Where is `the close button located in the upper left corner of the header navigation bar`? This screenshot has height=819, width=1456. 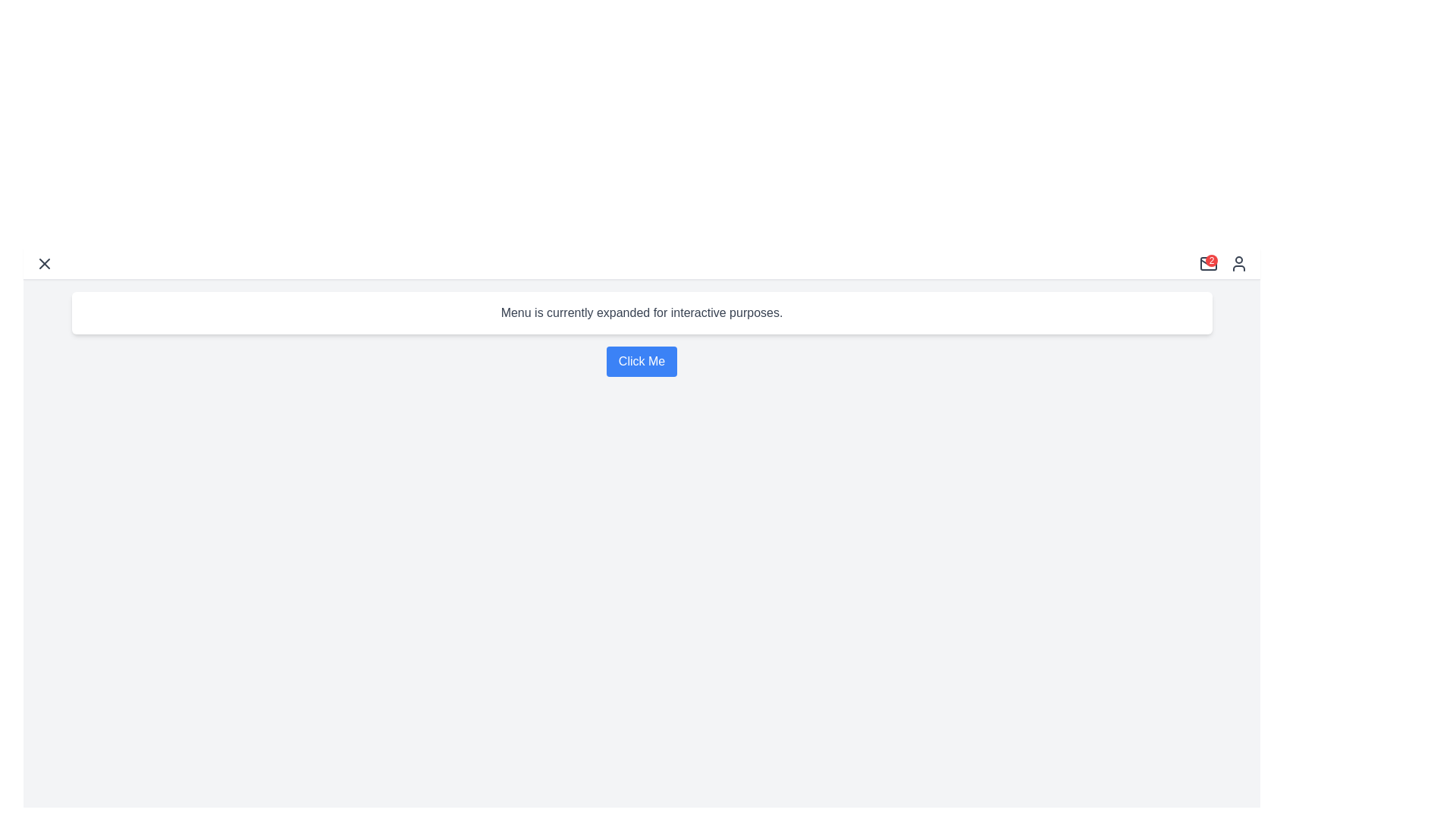
the close button located in the upper left corner of the header navigation bar is located at coordinates (44, 262).